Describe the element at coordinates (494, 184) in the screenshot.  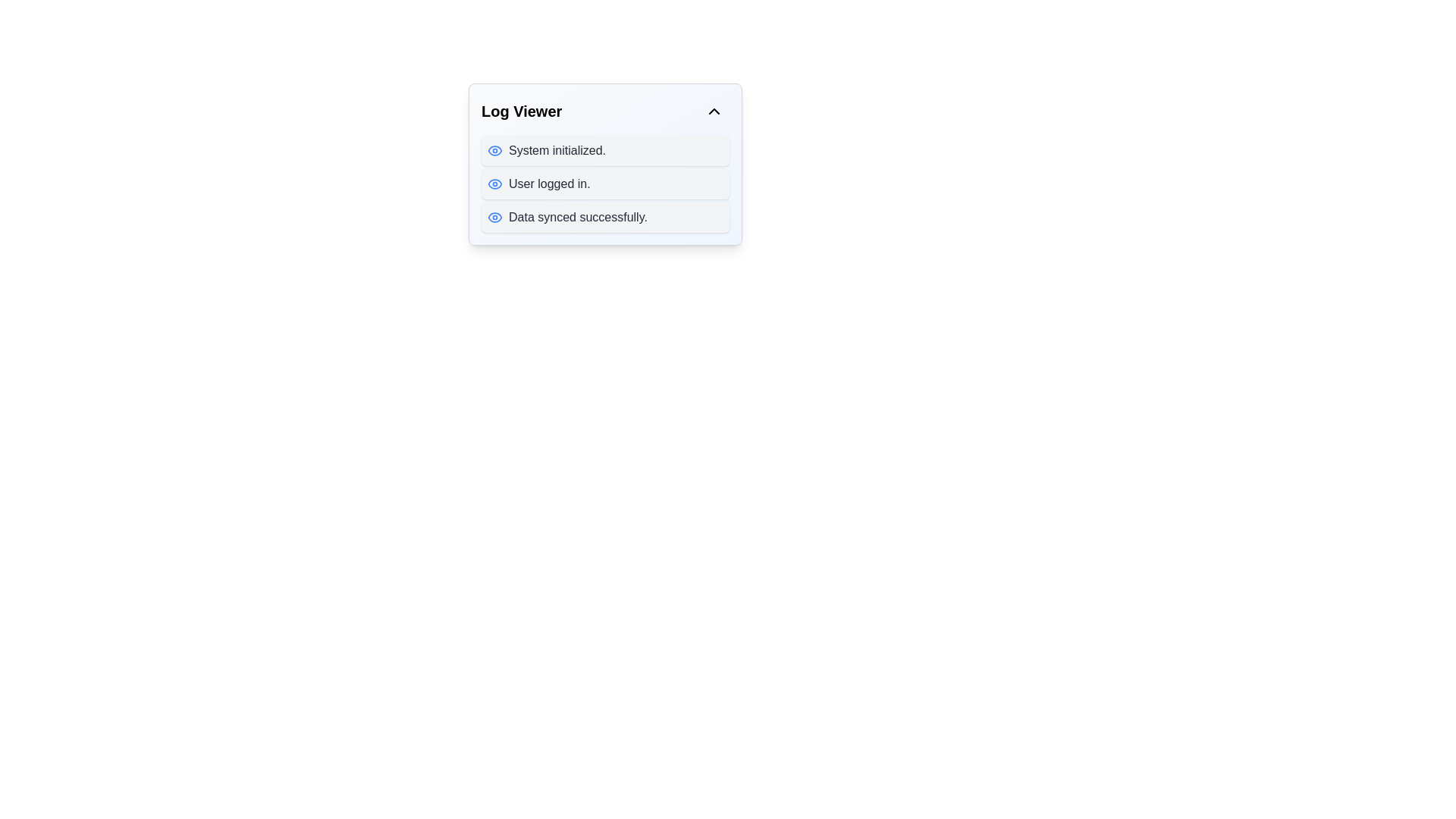
I see `the eye-shaped icon with a blue outline located in the second log entry of the log viewer, to the left of 'User logged in.' to interact or reveal additional information` at that location.